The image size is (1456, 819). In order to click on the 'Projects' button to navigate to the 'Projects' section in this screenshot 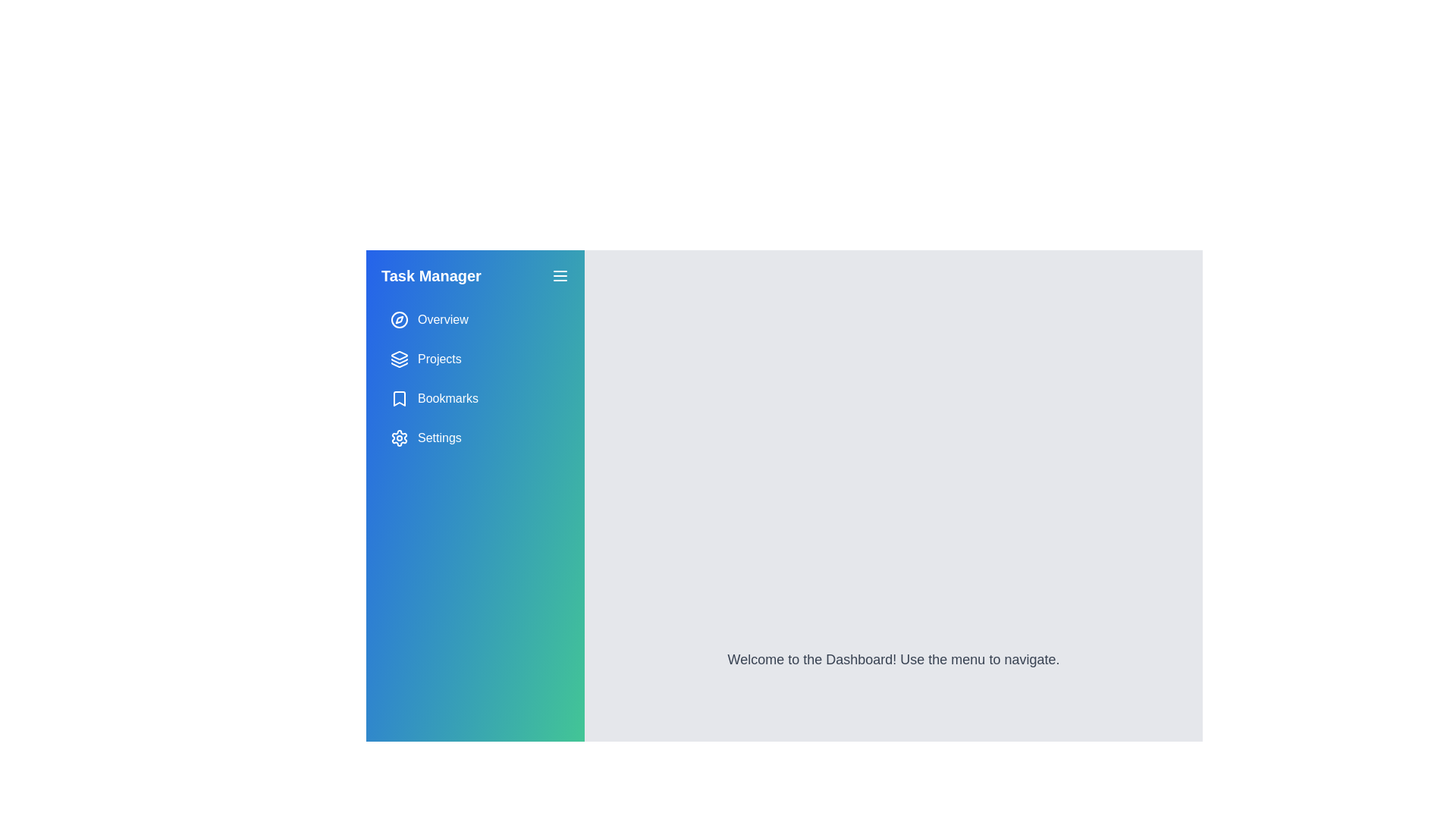, I will do `click(475, 359)`.